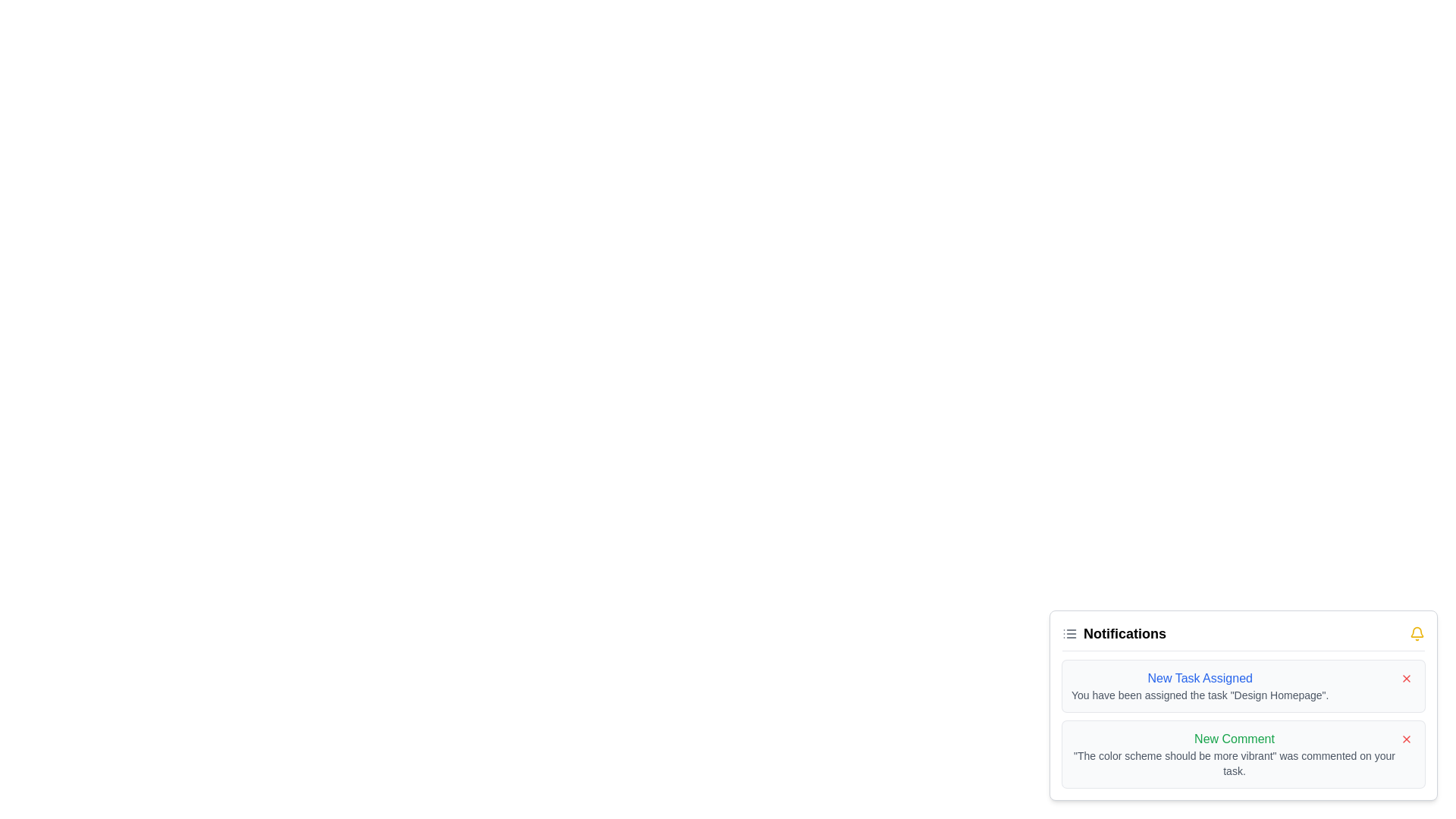  I want to click on the second notification regarding a new comment made on a task, located in the Notifications section in the bottom-right corner of the interface, so click(1234, 755).